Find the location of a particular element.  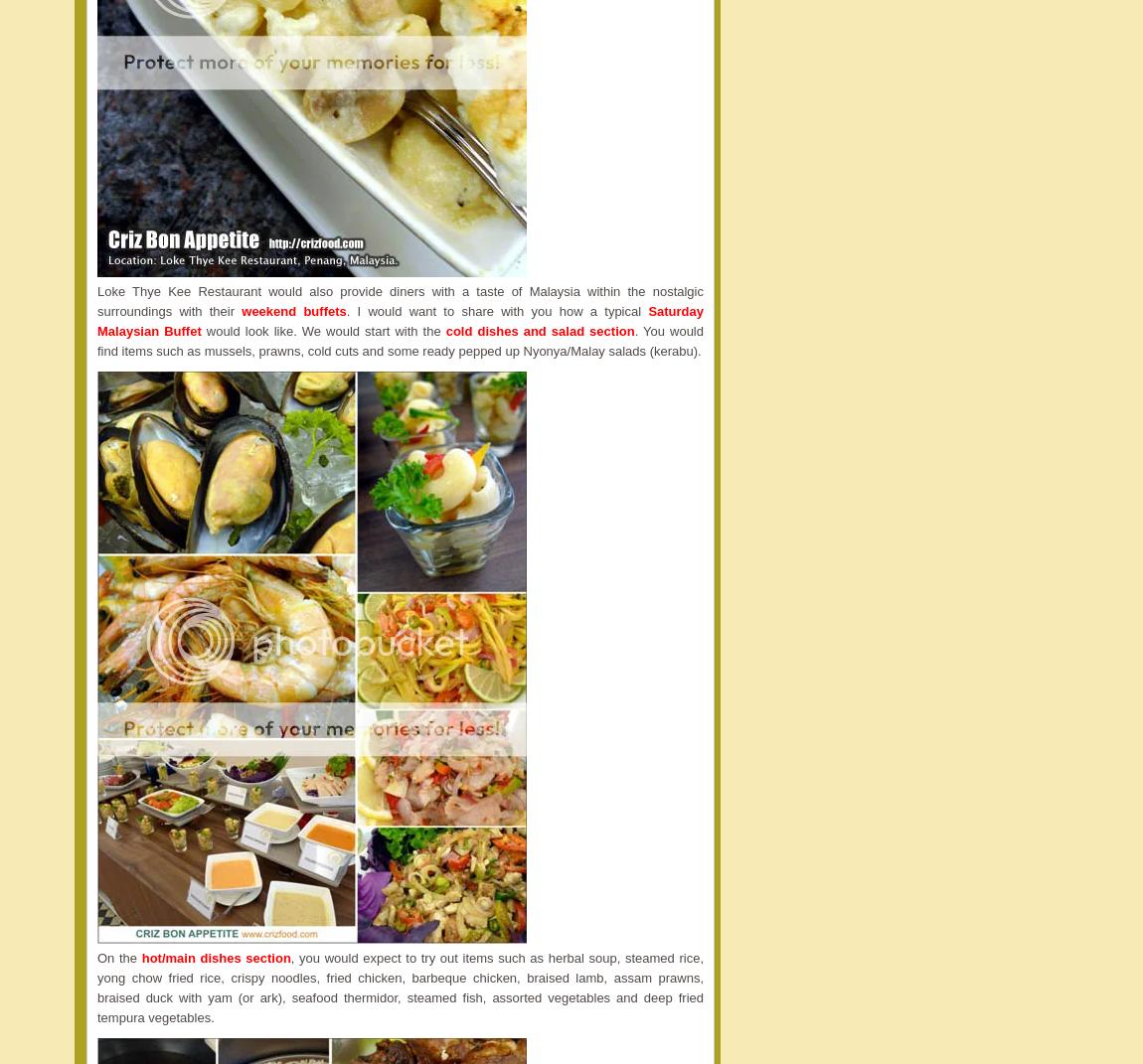

', you would expect to try out items such as herbal soup, steamed rice, yong chow fried rice, crispy noodles, fried chicken, barbeque chicken, braised lamb, assam prawns, braised duck with yam (or ark), seafood thermidor, steamed fish, assorted vegetables and deep fried tempura vegetables.' is located at coordinates (400, 986).